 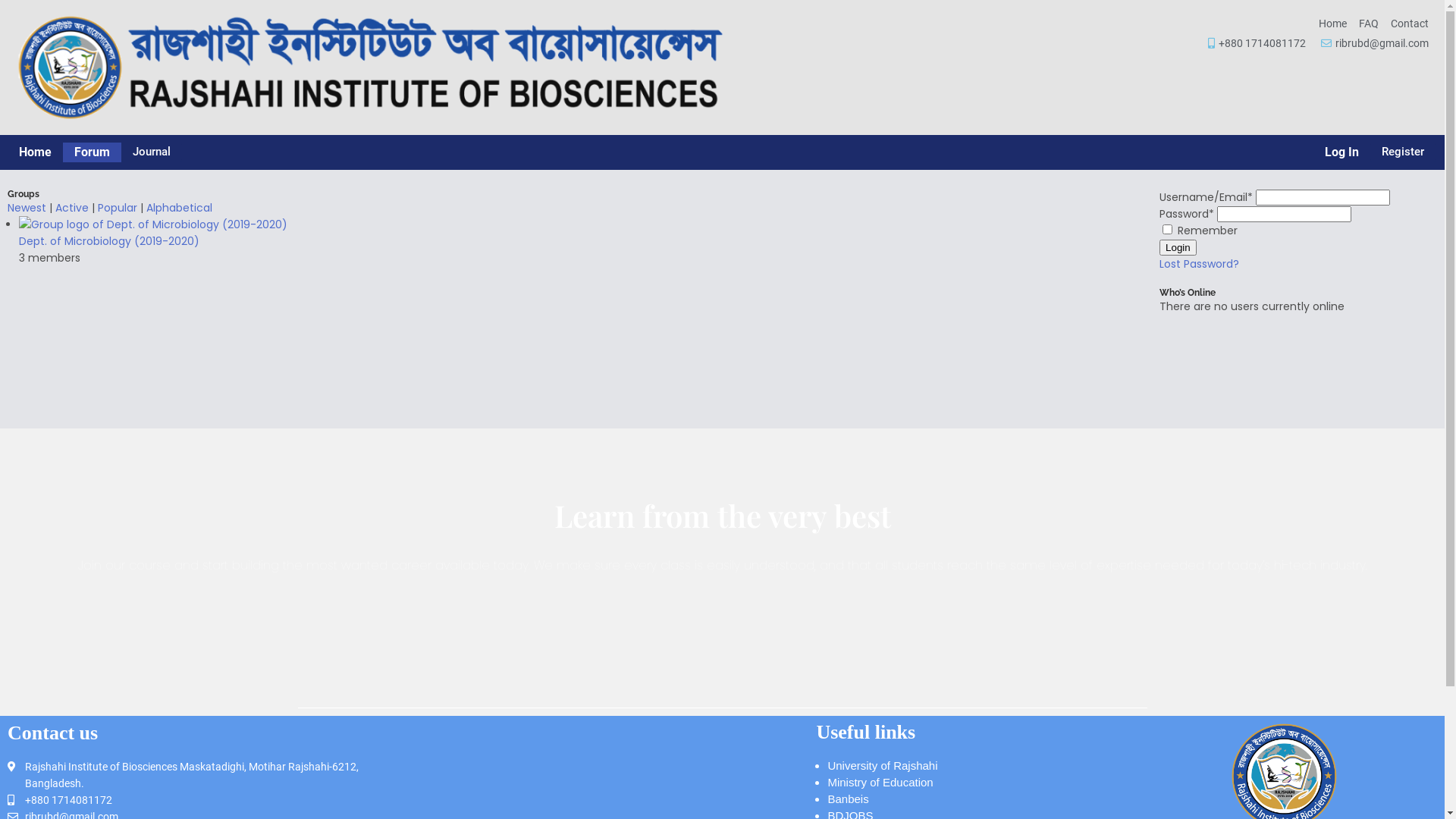 What do you see at coordinates (71, 207) in the screenshot?
I see `'Active'` at bounding box center [71, 207].